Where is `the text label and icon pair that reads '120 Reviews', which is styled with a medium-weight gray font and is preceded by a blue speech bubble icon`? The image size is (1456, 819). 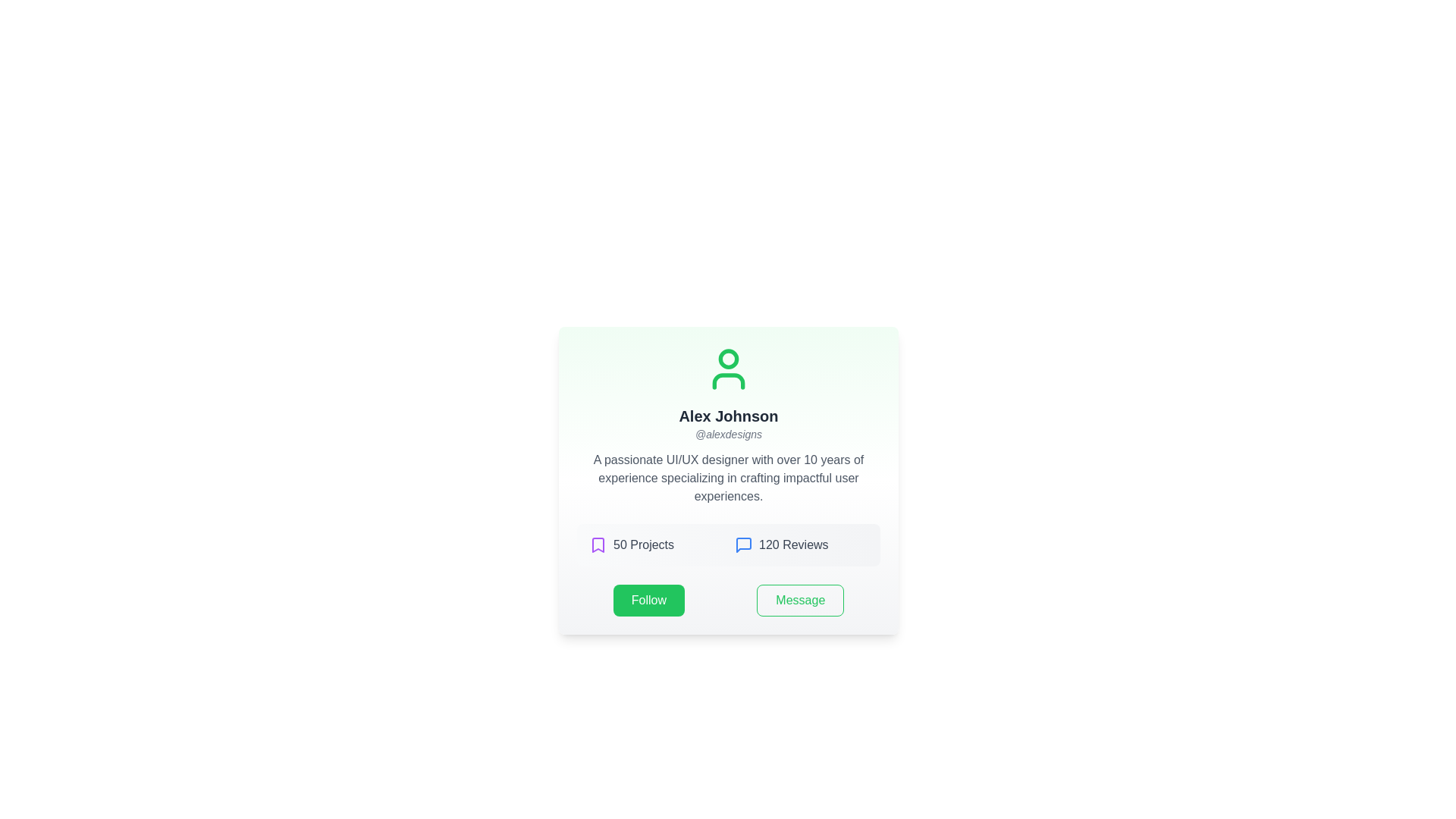
the text label and icon pair that reads '120 Reviews', which is styled with a medium-weight gray font and is preceded by a blue speech bubble icon is located at coordinates (800, 544).